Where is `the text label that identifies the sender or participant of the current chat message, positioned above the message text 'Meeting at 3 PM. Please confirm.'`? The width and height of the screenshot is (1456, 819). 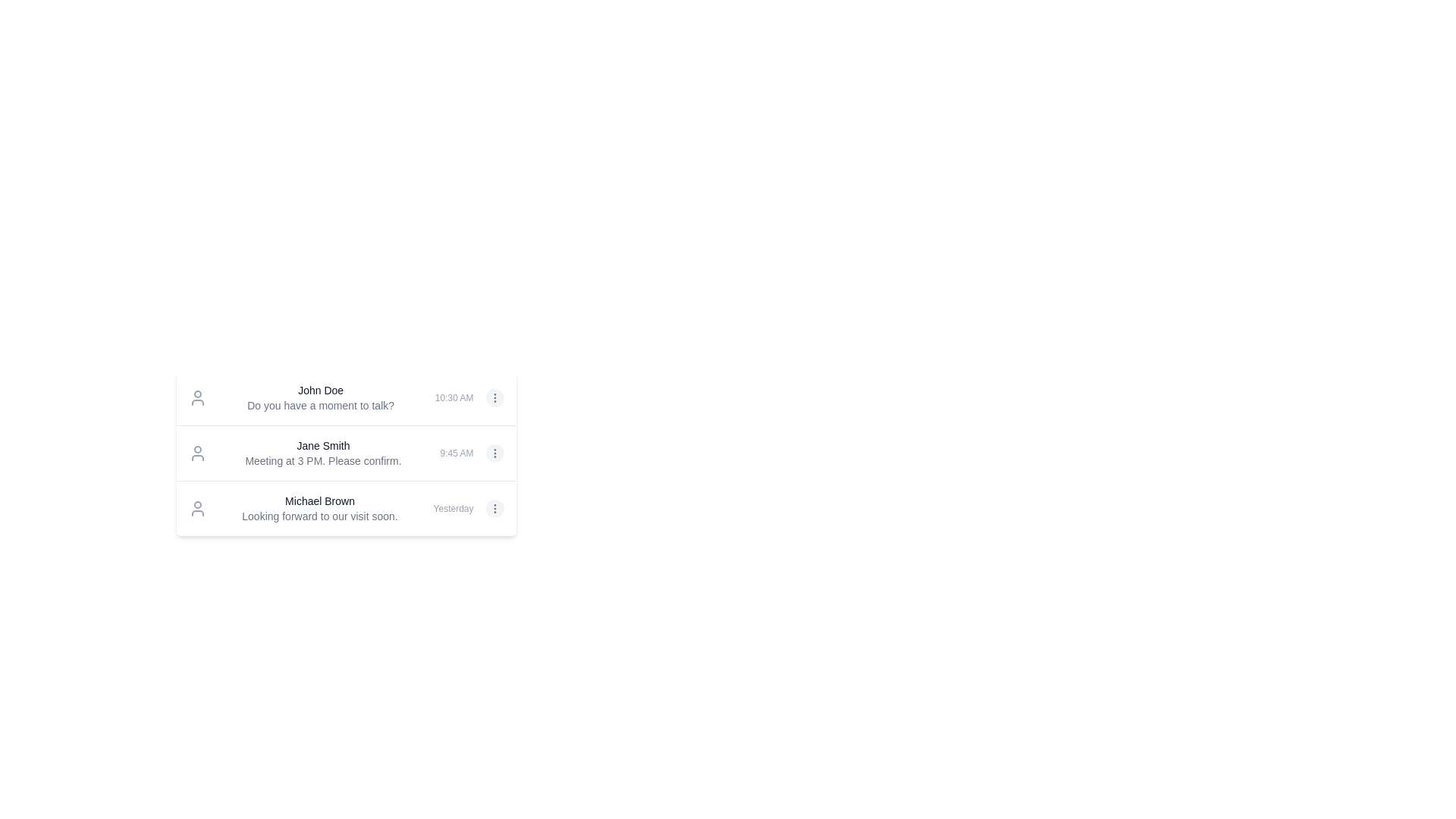
the text label that identifies the sender or participant of the current chat message, positioned above the message text 'Meeting at 3 PM. Please confirm.' is located at coordinates (322, 444).